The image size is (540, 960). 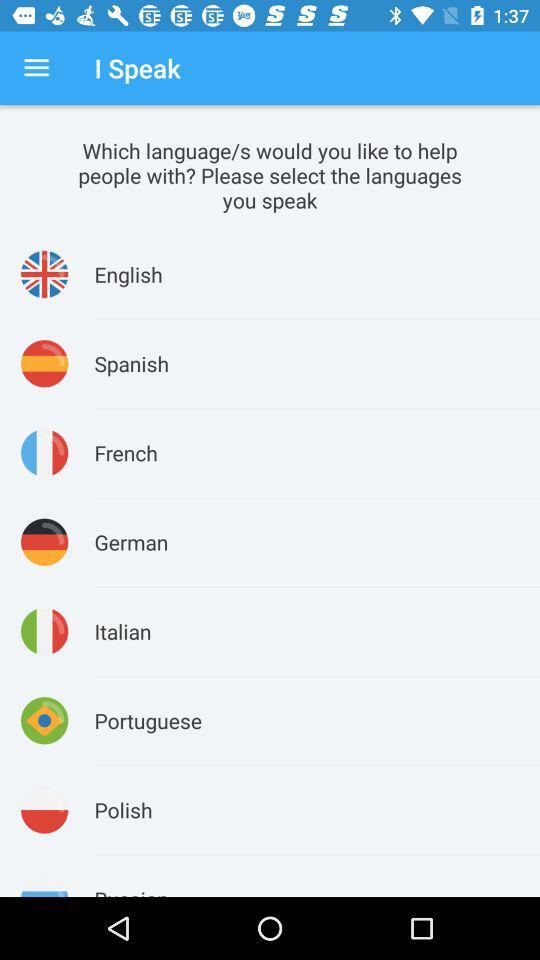 What do you see at coordinates (36, 68) in the screenshot?
I see `item above which language s` at bounding box center [36, 68].